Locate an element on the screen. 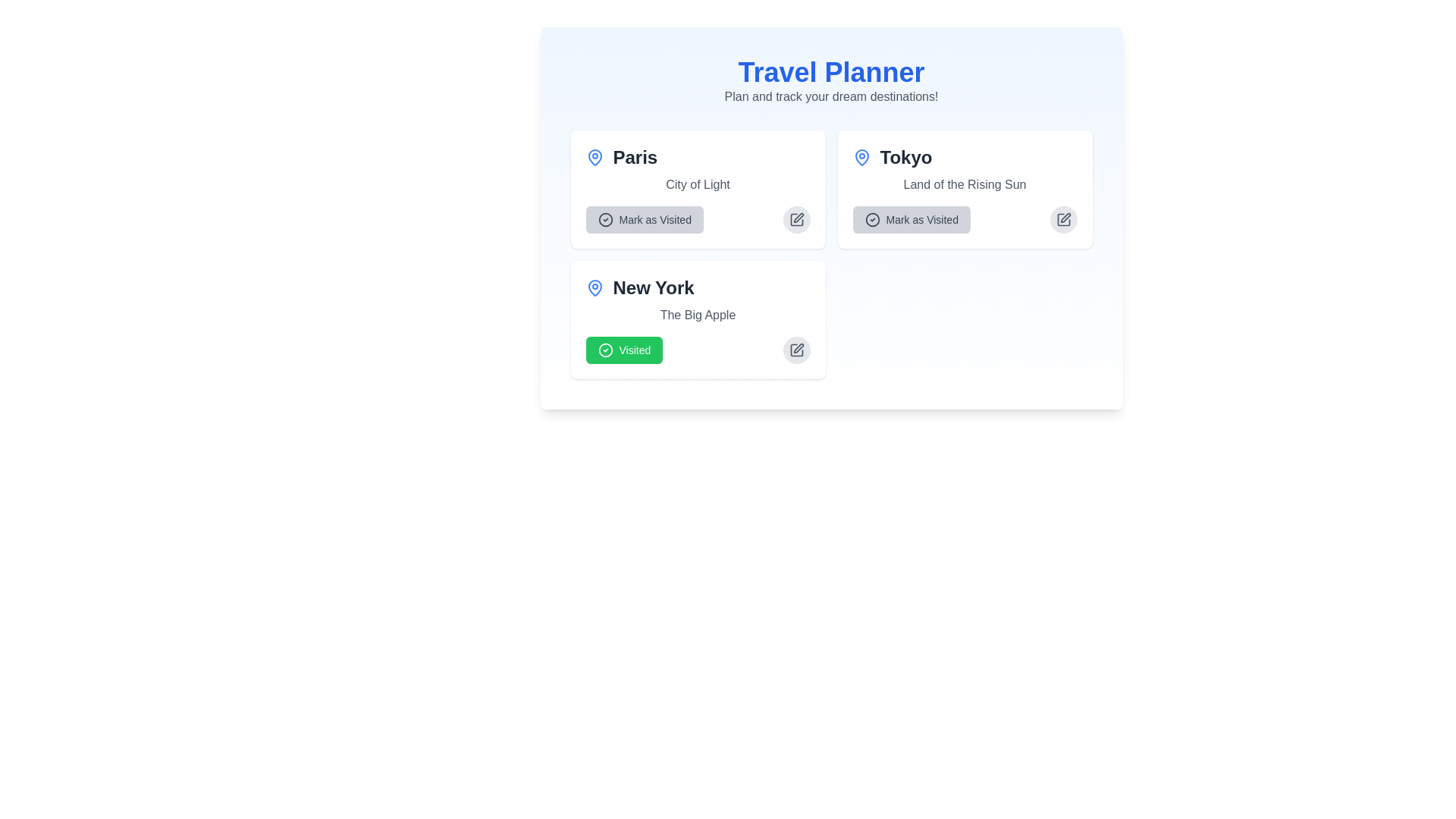 This screenshot has height=819, width=1456. the Tokyo destination icon located in the top-right quadrant of the travel planner interface, which is part of the 'Tokyo' card above the description text and to the left of the 'Mark as Visited' button is located at coordinates (861, 158).